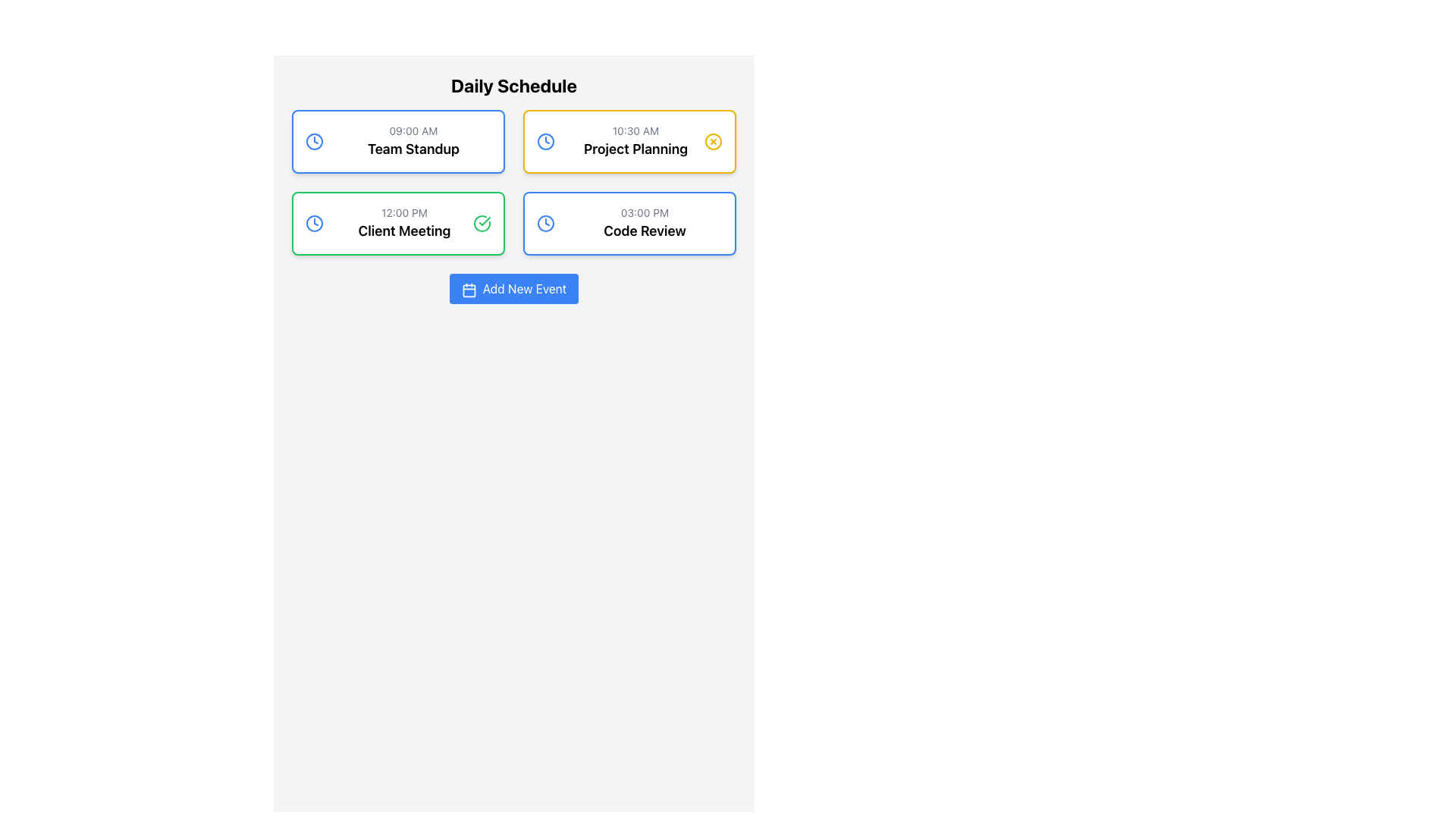  I want to click on the event card located in the bottom-right corner of the grid layout that displays the event title and start time, so click(629, 223).